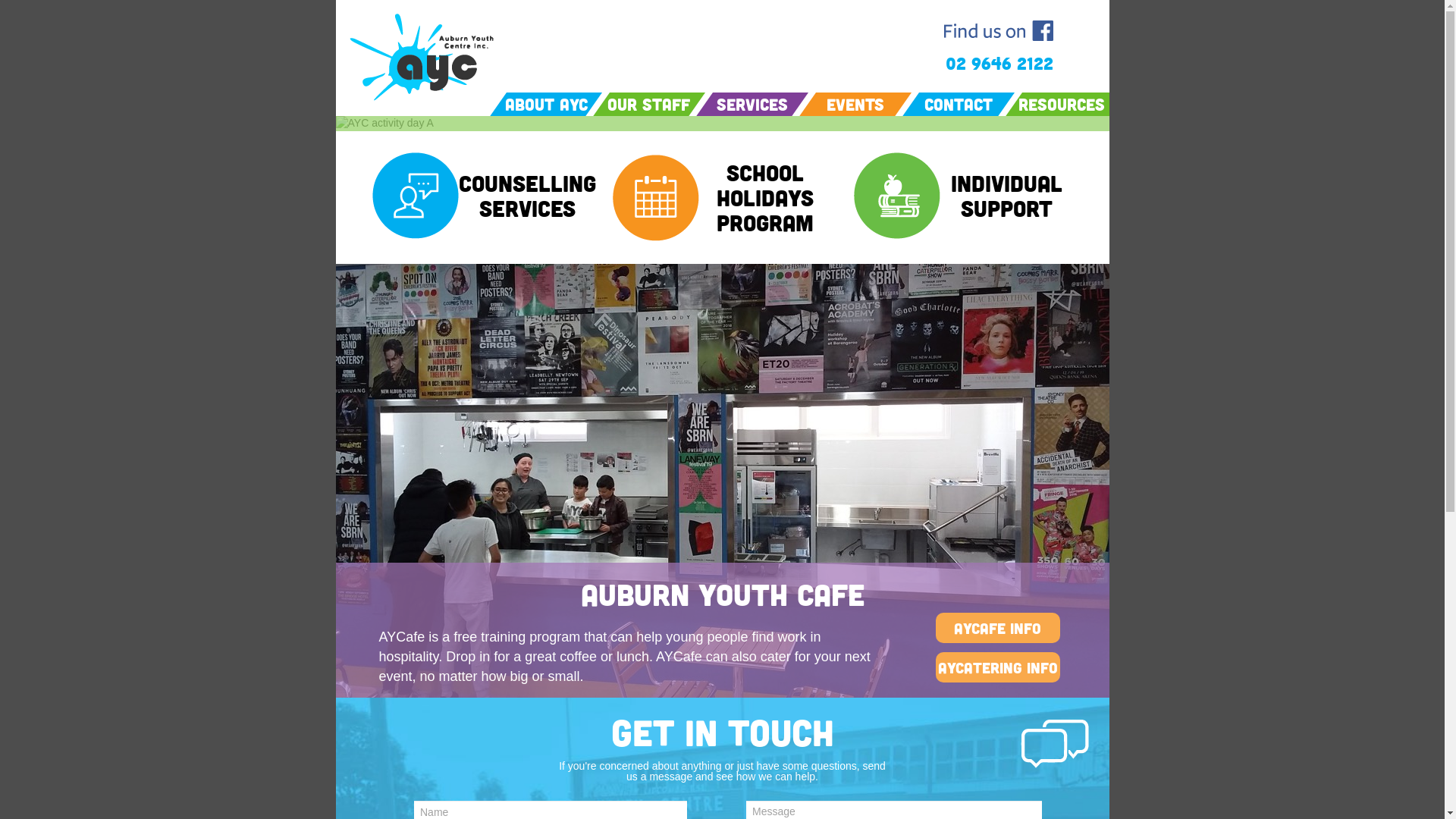 The image size is (1456, 819). Describe the element at coordinates (939, 195) in the screenshot. I see `'Individual Support'` at that location.